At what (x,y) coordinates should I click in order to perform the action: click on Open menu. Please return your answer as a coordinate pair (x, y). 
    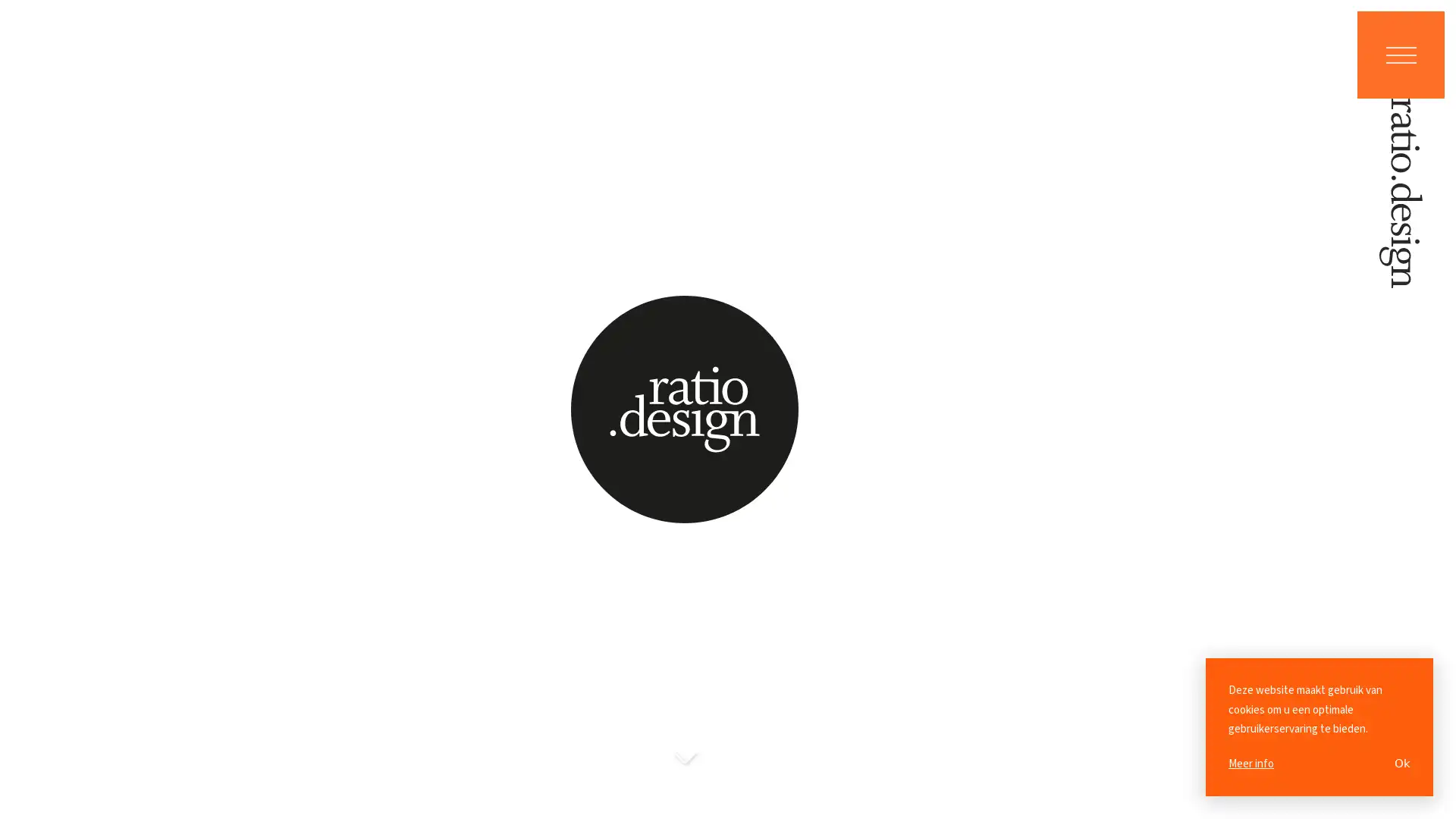
    Looking at the image, I should click on (1400, 54).